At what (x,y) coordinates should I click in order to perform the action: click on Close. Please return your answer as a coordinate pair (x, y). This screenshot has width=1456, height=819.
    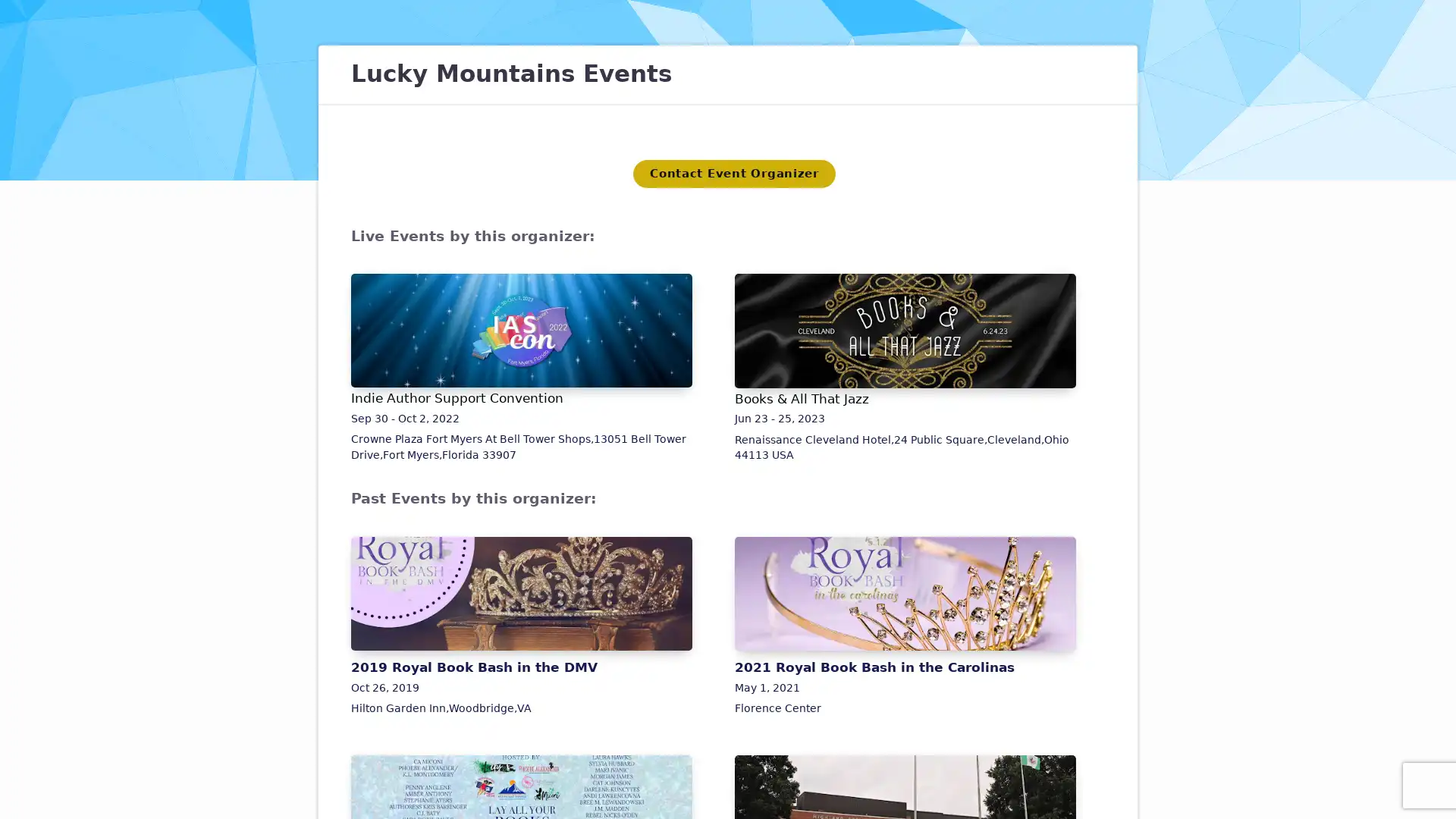
    Looking at the image, I should click on (1045, 698).